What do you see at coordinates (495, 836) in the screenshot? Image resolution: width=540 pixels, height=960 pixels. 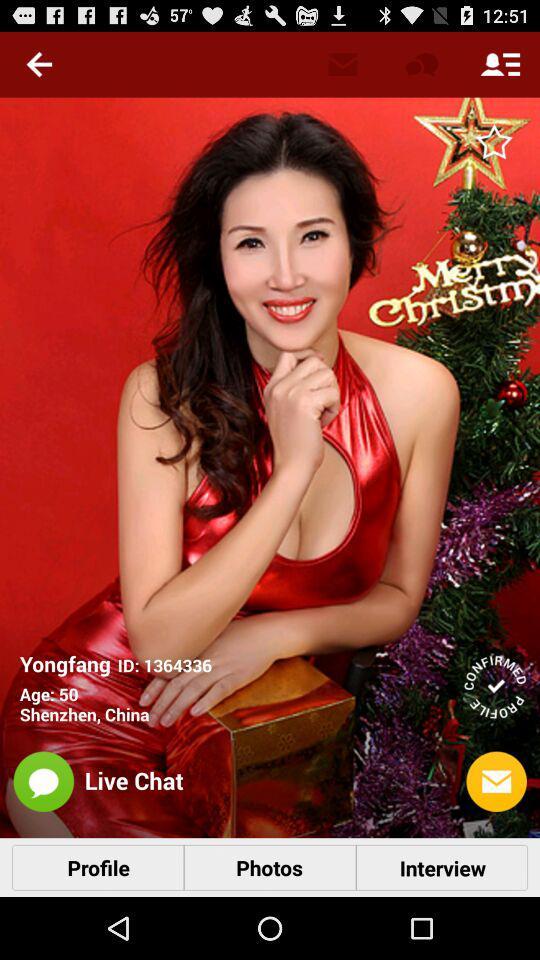 I see `the email icon` at bounding box center [495, 836].